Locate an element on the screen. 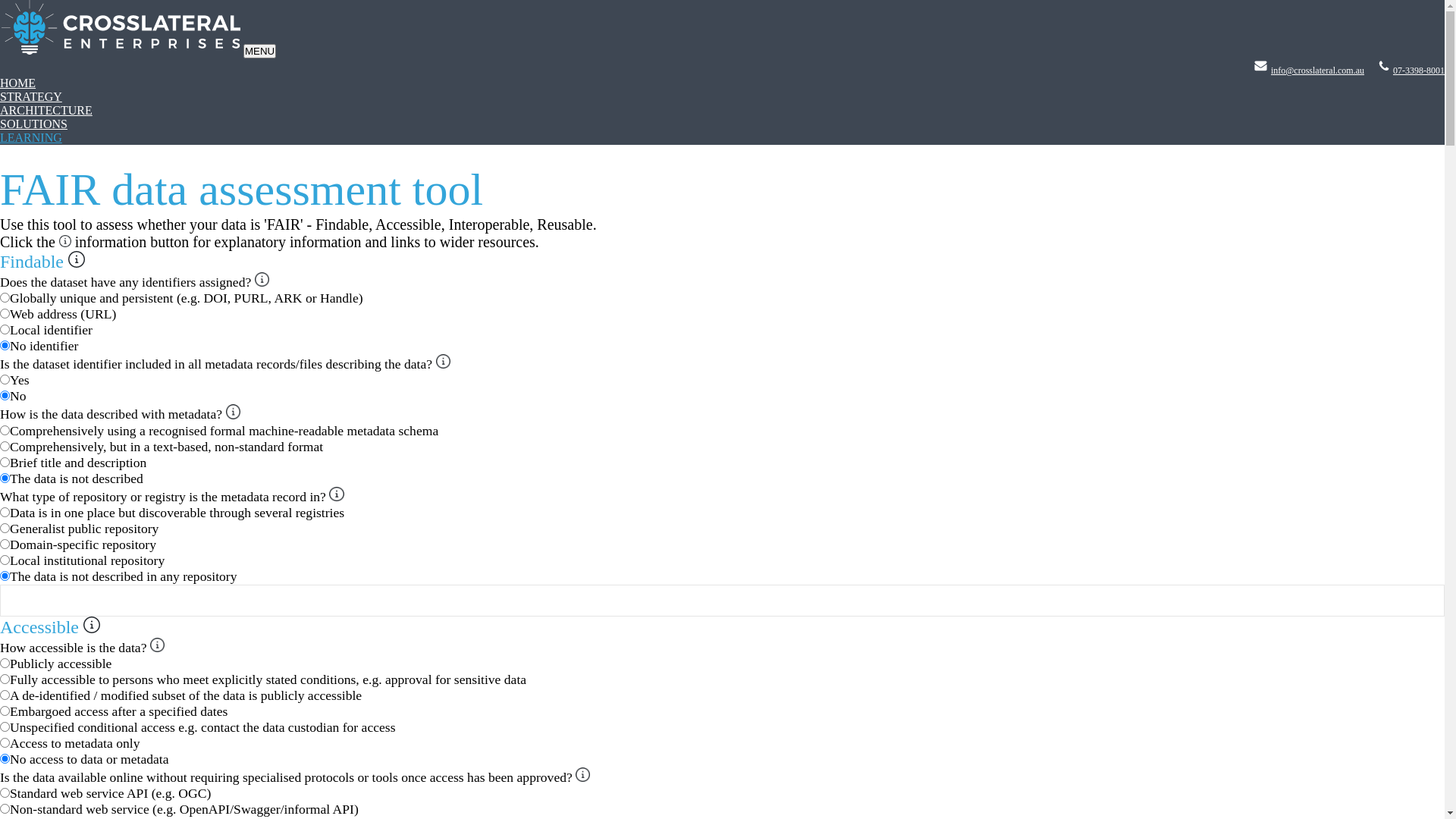  'HOME' is located at coordinates (17, 83).